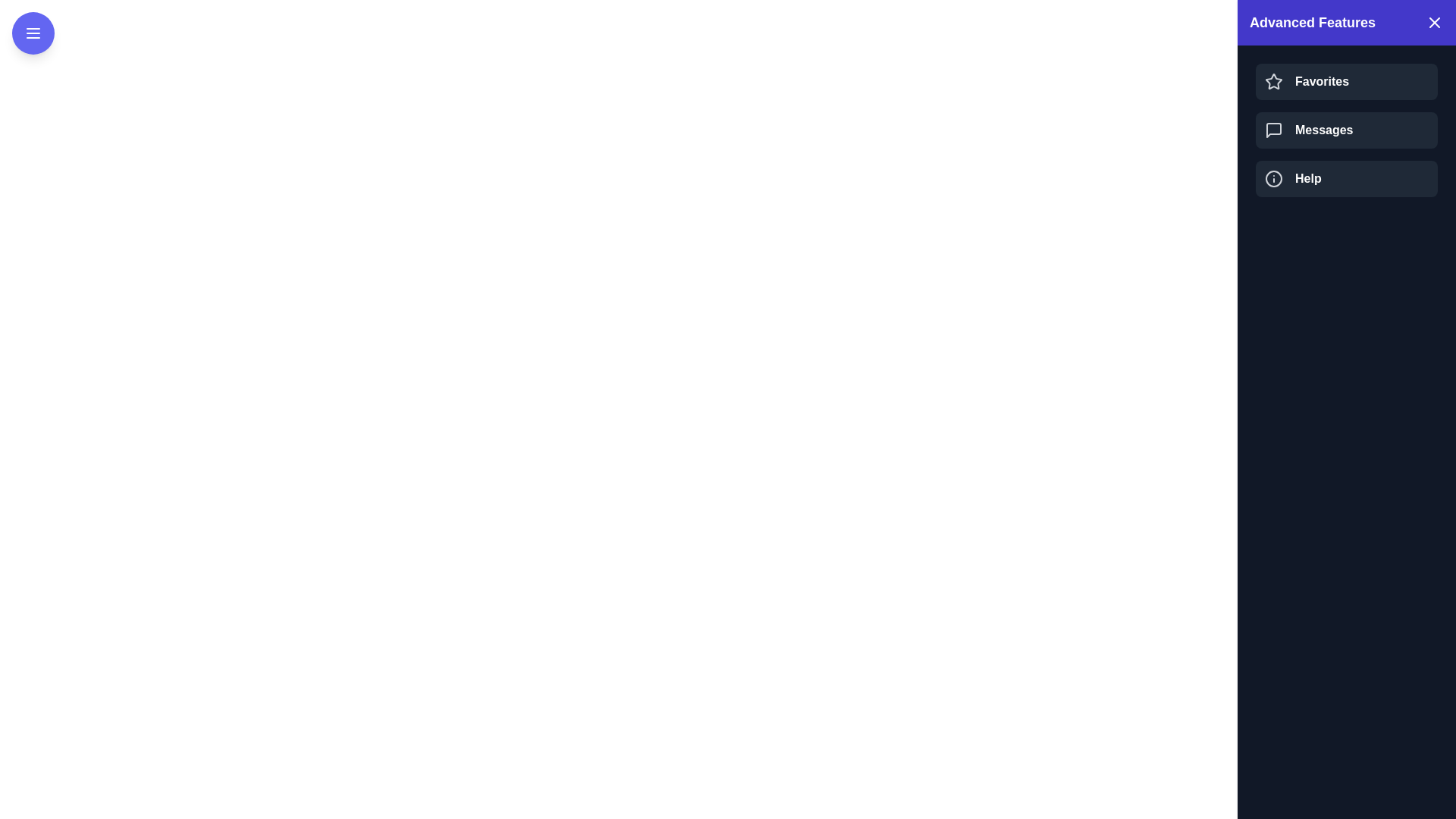  What do you see at coordinates (1433, 23) in the screenshot?
I see `the close button in the drawer header to close the drawer` at bounding box center [1433, 23].